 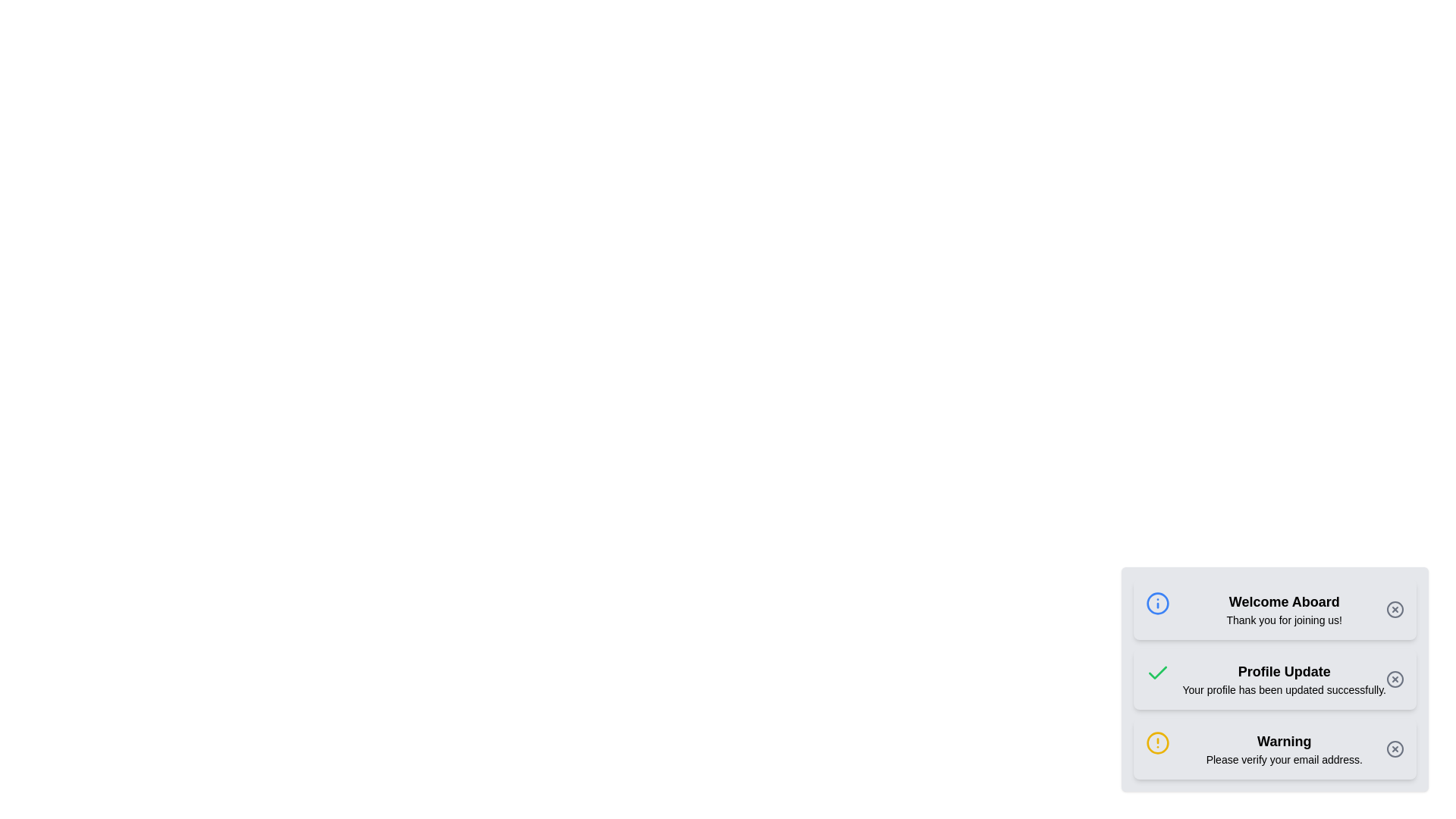 I want to click on the check mark icon indicating a successful 'Profile Update' notification, the second icon, so click(x=1157, y=672).